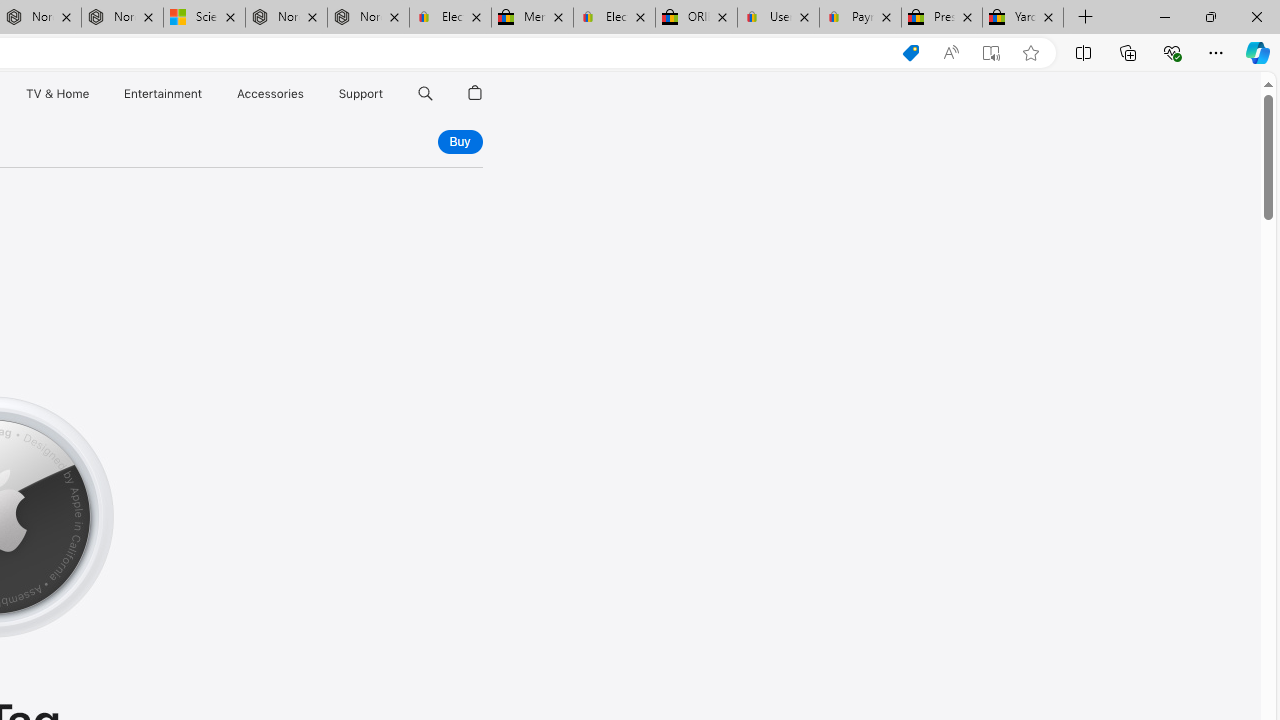  I want to click on 'Nordace - FAQ', so click(368, 17).